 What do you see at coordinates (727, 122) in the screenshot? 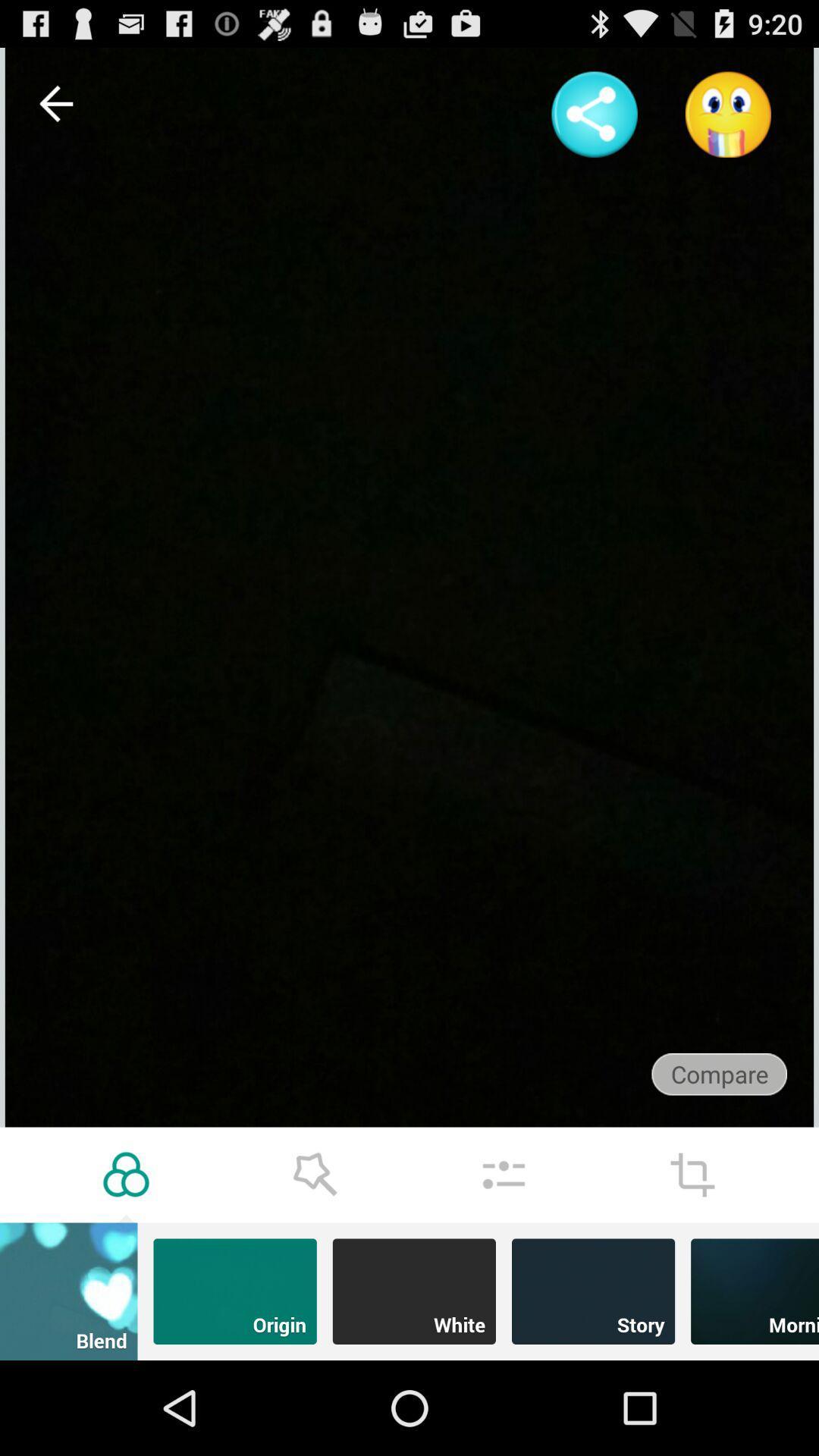
I see `the emoji icon` at bounding box center [727, 122].